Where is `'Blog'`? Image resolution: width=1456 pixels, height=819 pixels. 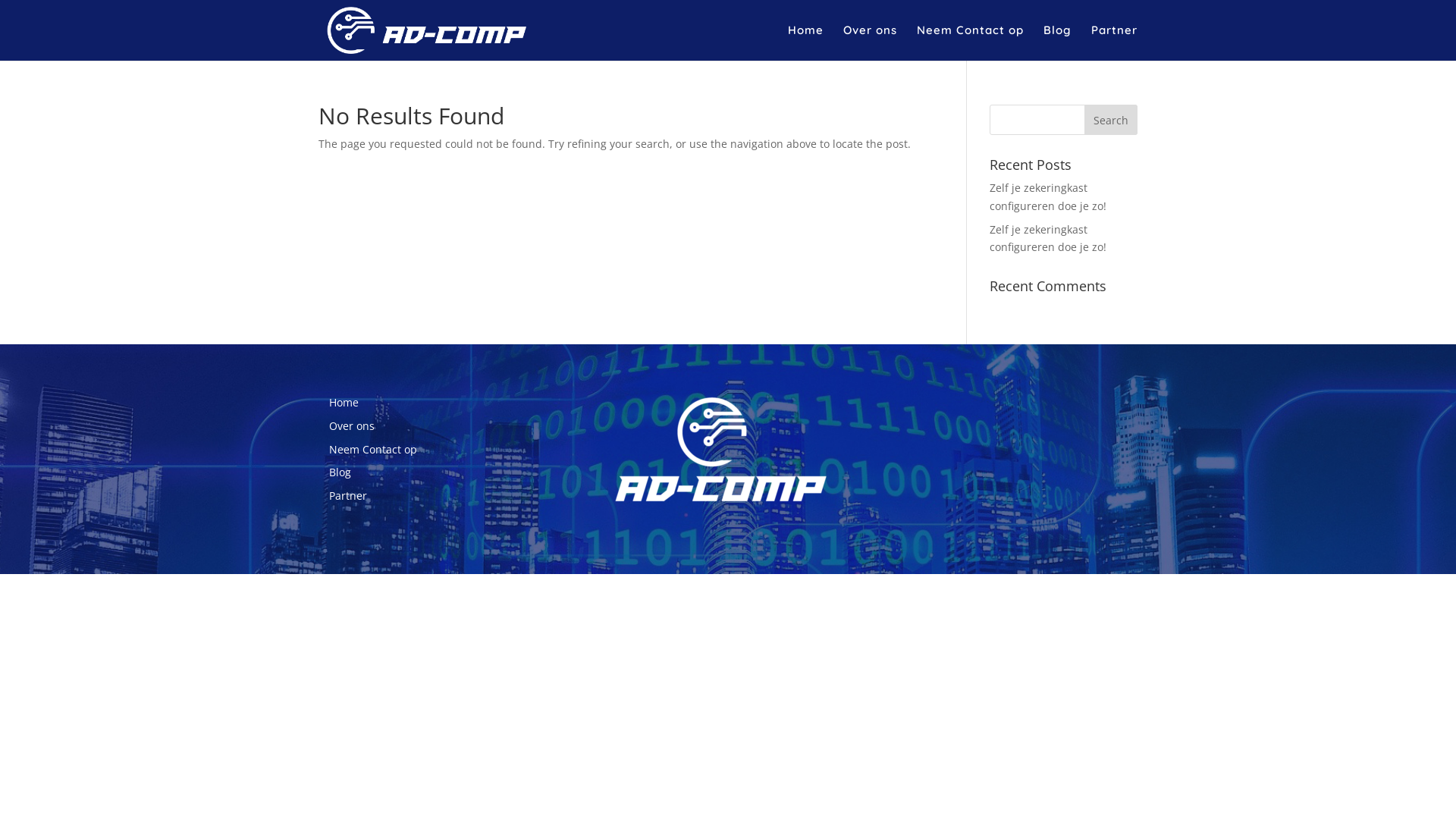 'Blog' is located at coordinates (1056, 42).